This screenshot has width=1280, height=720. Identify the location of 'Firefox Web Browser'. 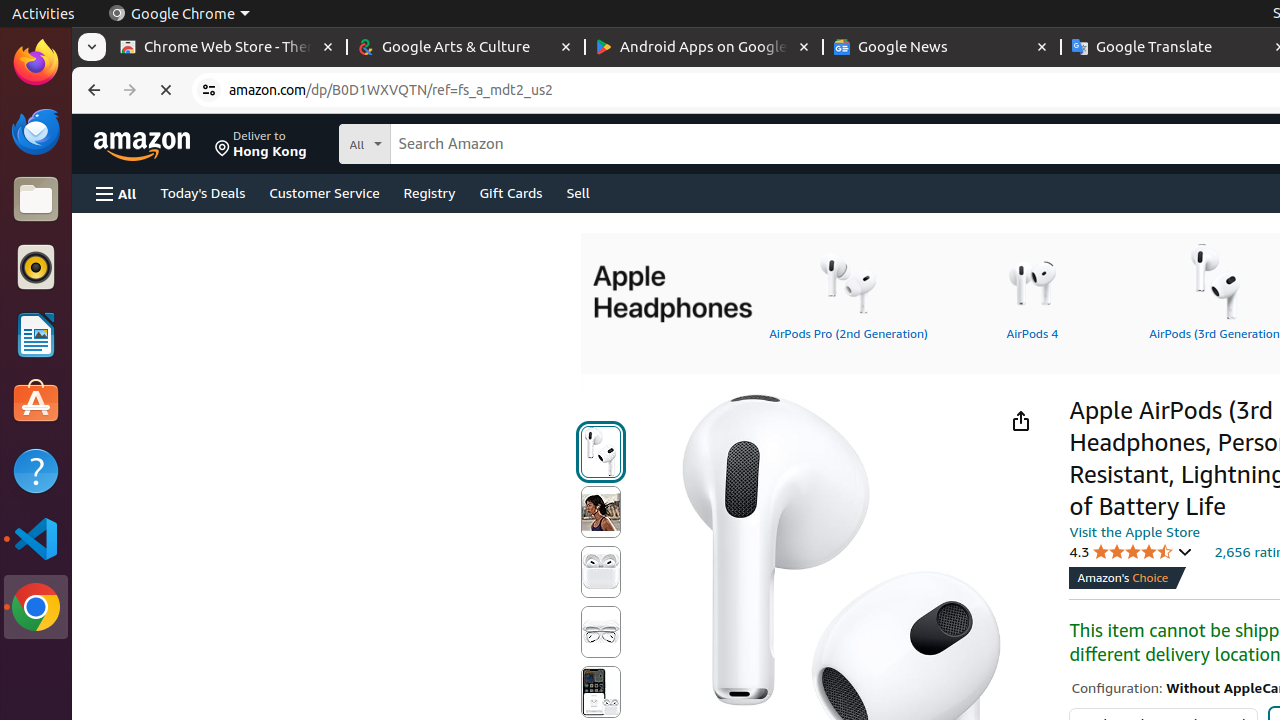
(35, 61).